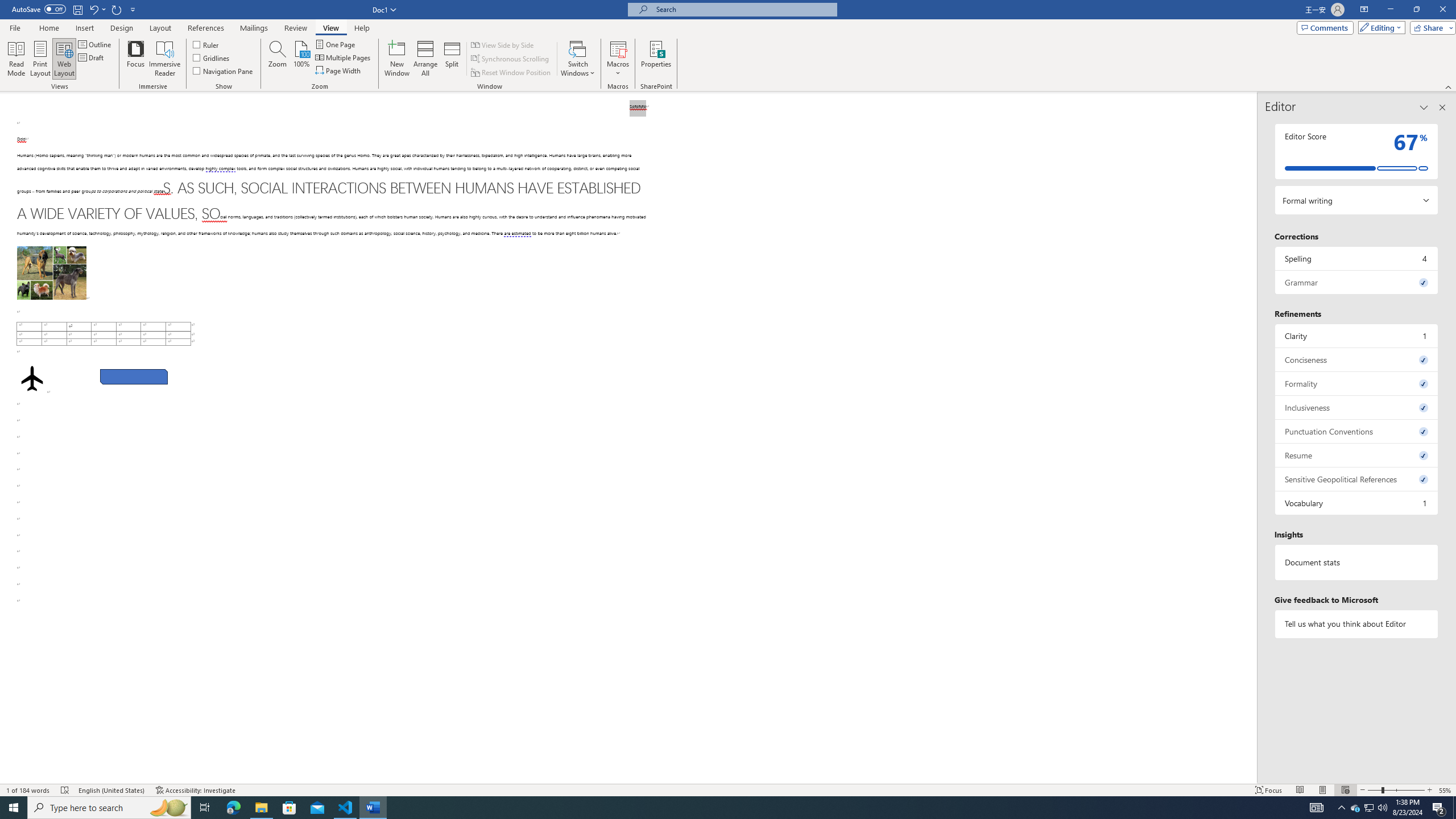  What do you see at coordinates (1356, 258) in the screenshot?
I see `'Spelling, 4 issues. Press space or enter to review items.'` at bounding box center [1356, 258].